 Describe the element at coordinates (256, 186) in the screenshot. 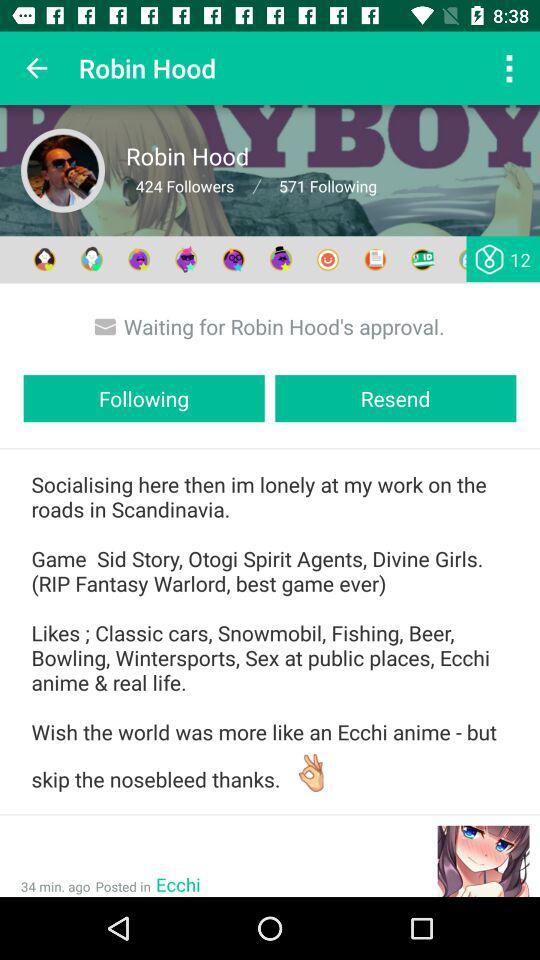

I see `the symbol which is right to followers` at that location.